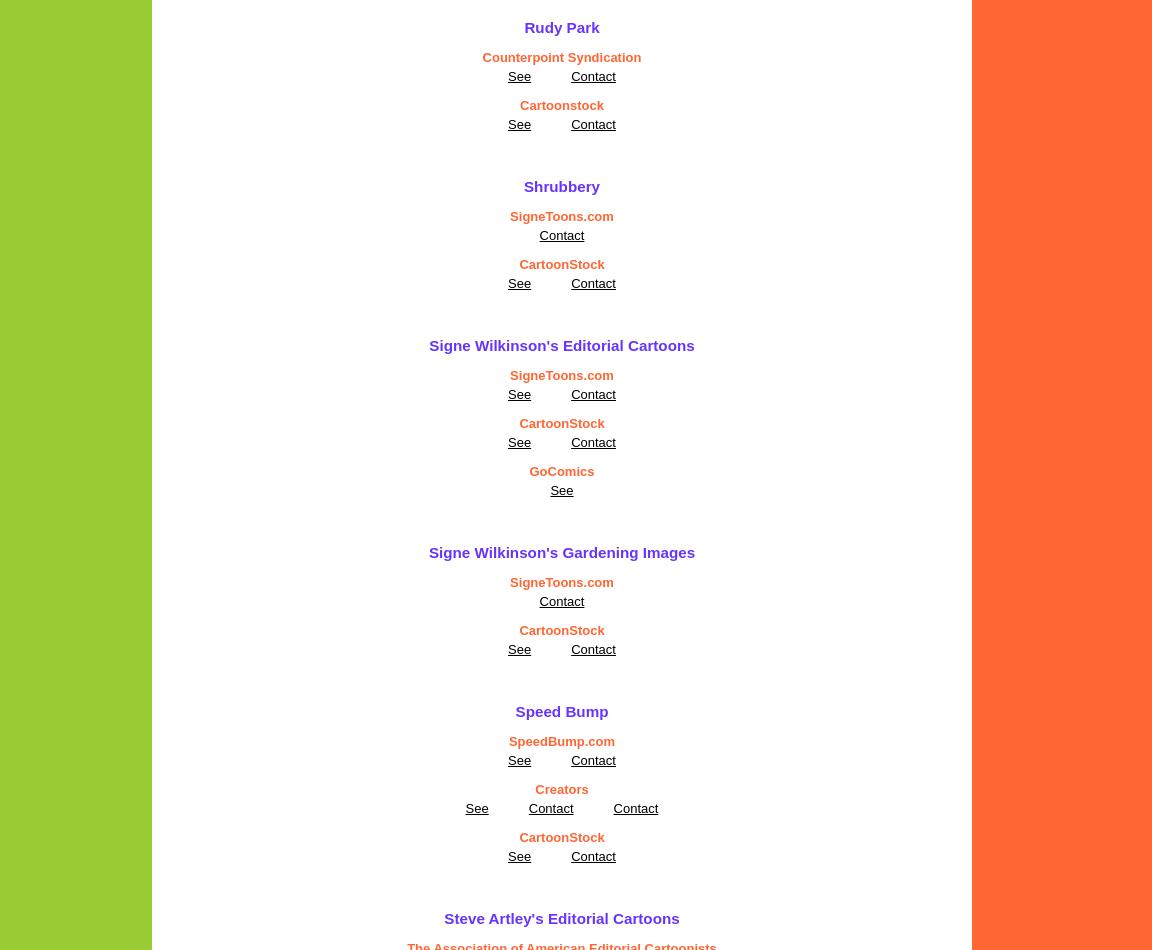 The height and width of the screenshot is (950, 1152). Describe the element at coordinates (561, 57) in the screenshot. I see `'Counterpoint Syndication'` at that location.